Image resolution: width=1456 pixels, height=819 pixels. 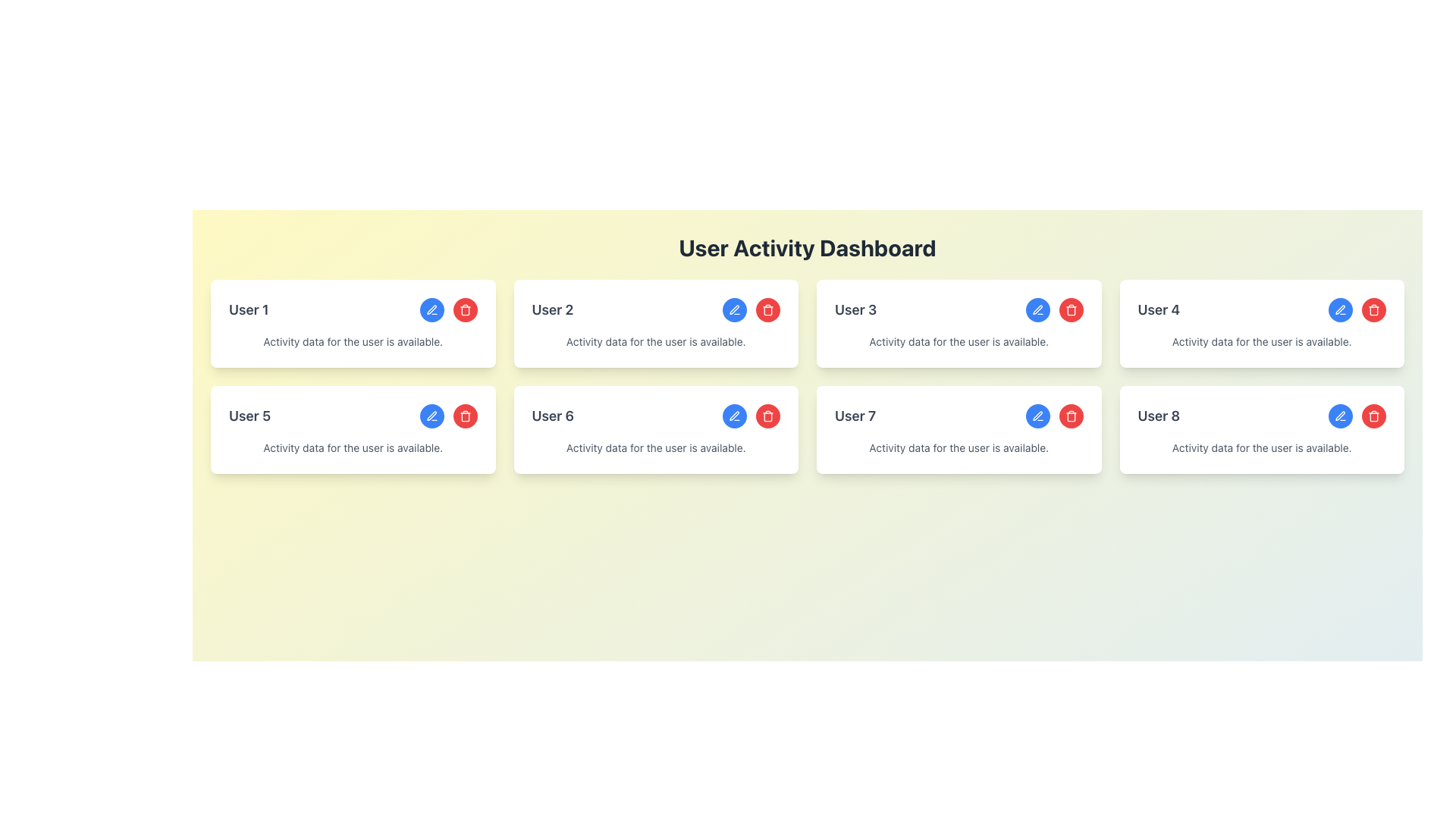 What do you see at coordinates (734, 309) in the screenshot?
I see `the edit button, represented by a small blue pen icon, located inside the 'User 2' card in the second position from the left` at bounding box center [734, 309].